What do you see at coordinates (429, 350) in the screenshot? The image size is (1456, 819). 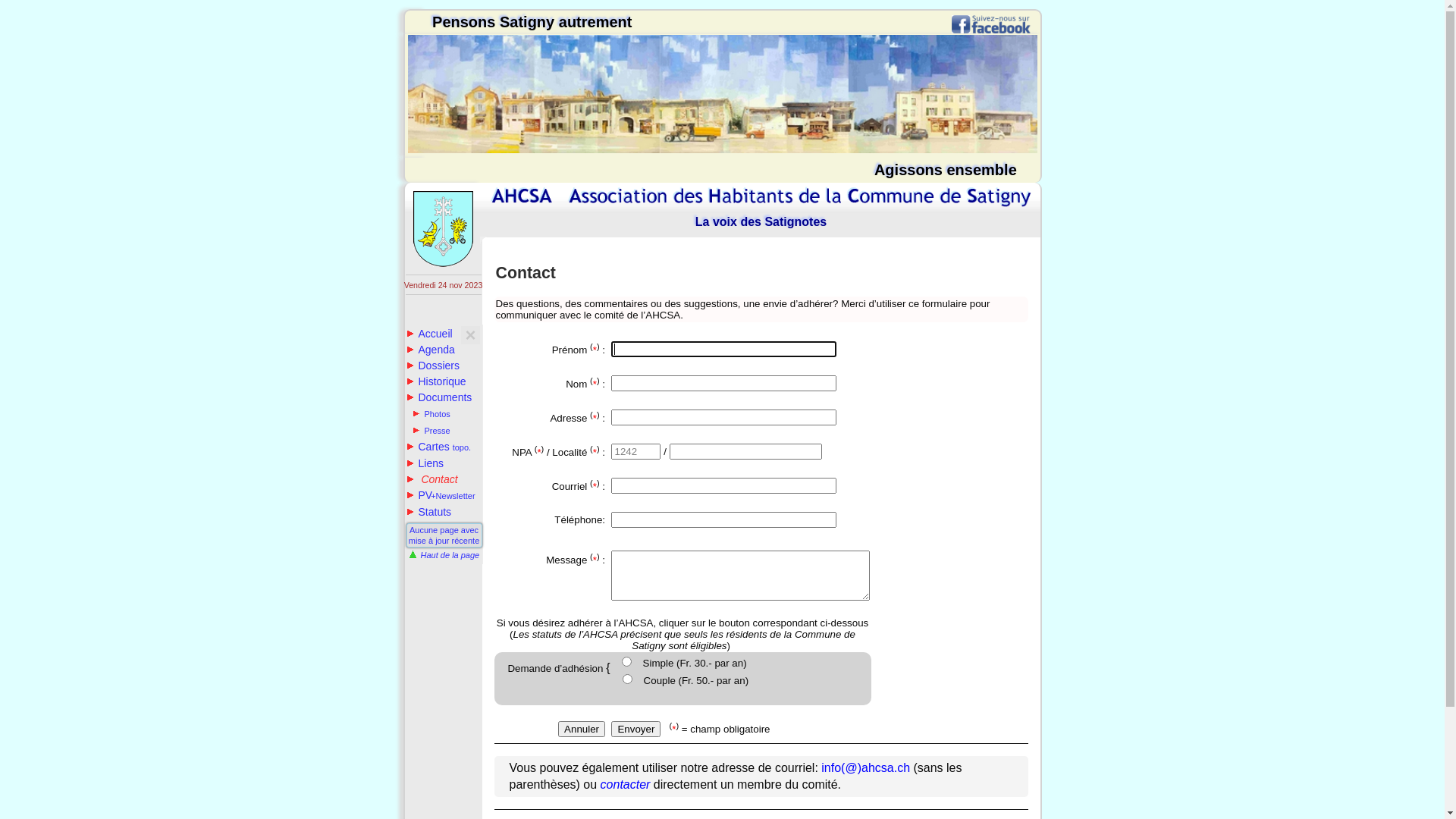 I see `'Agenda'` at bounding box center [429, 350].